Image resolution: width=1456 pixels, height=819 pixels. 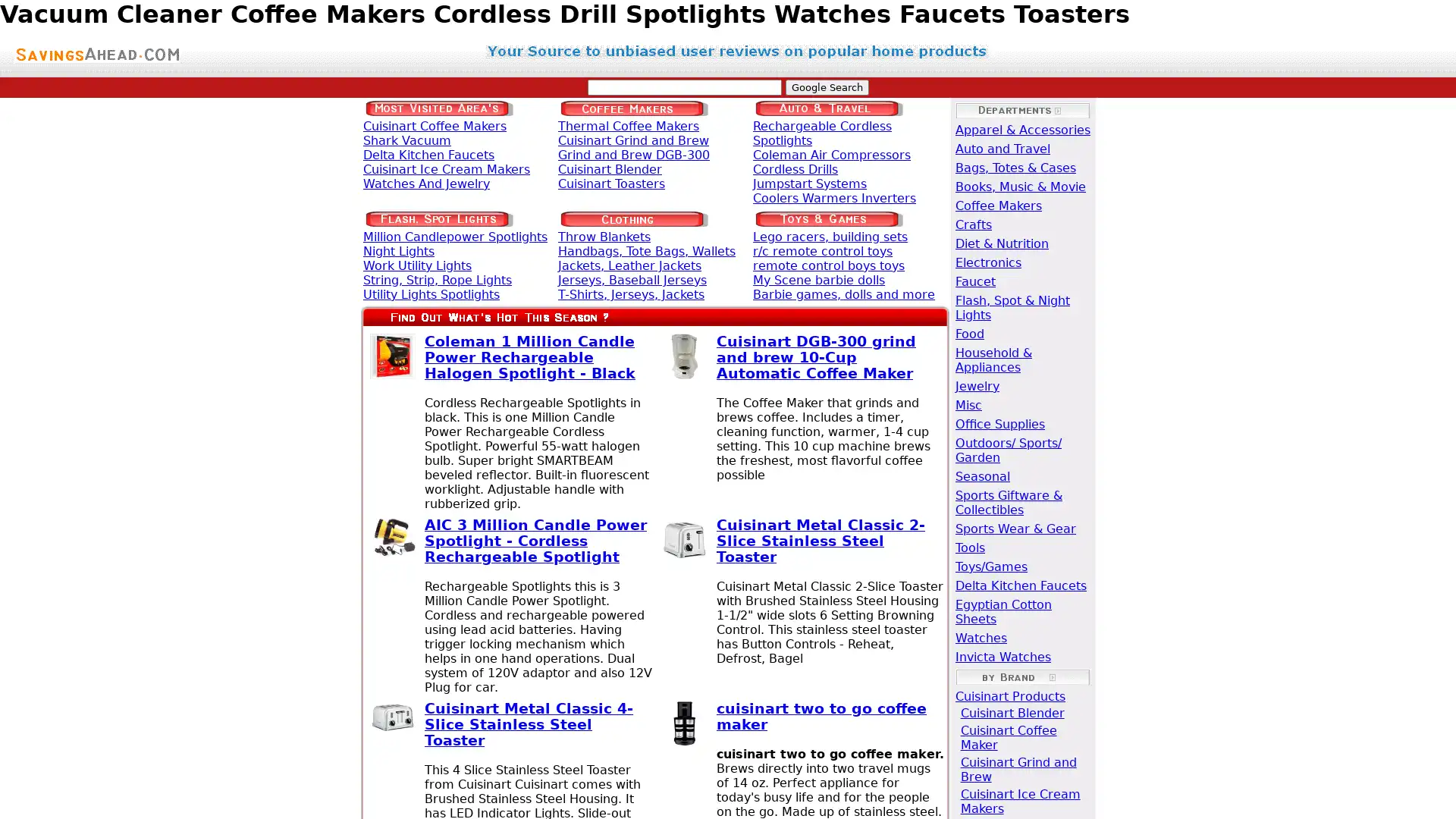 What do you see at coordinates (825, 87) in the screenshot?
I see `Google Search` at bounding box center [825, 87].